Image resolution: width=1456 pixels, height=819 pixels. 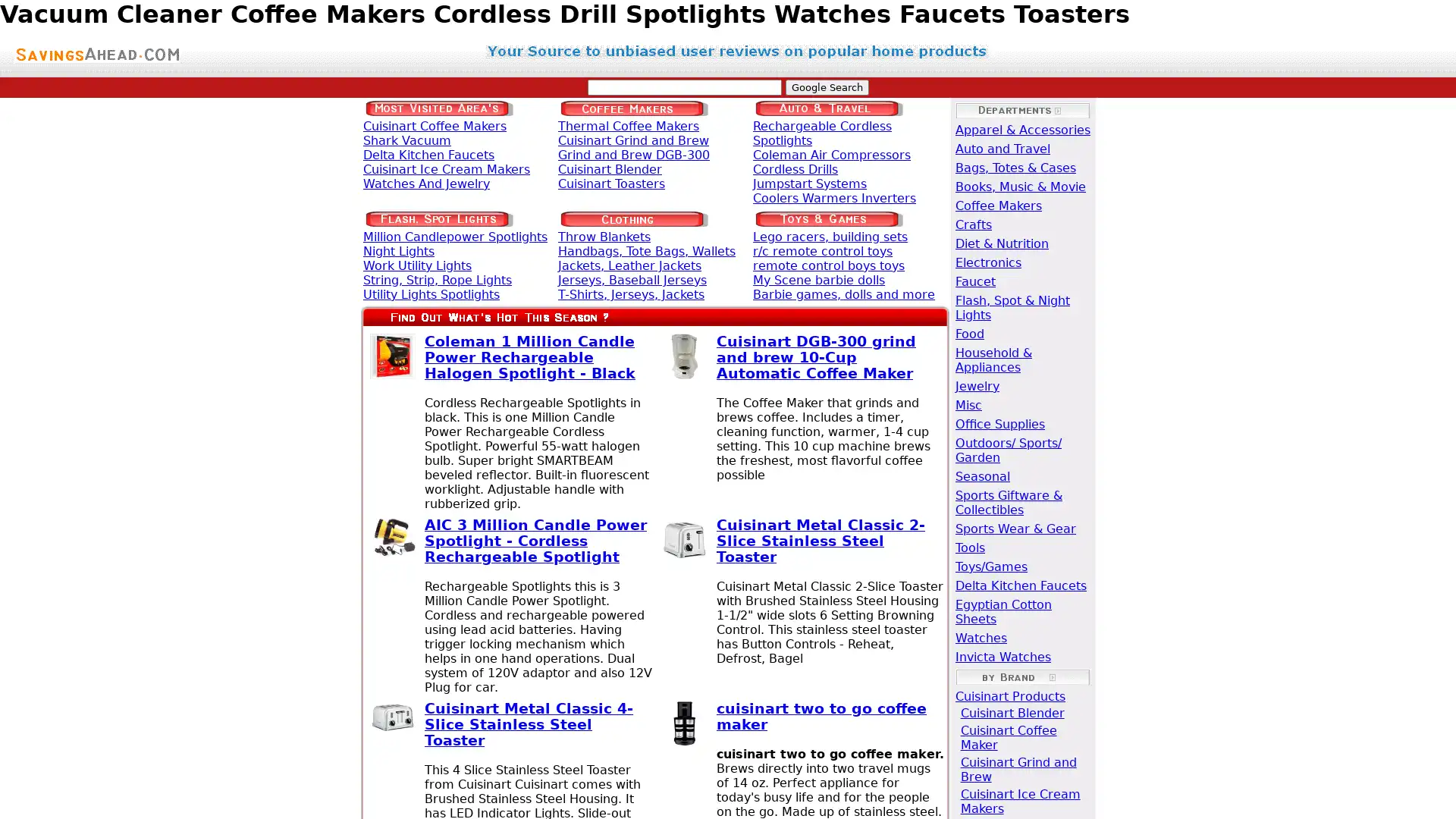 What do you see at coordinates (825, 87) in the screenshot?
I see `Google Search` at bounding box center [825, 87].